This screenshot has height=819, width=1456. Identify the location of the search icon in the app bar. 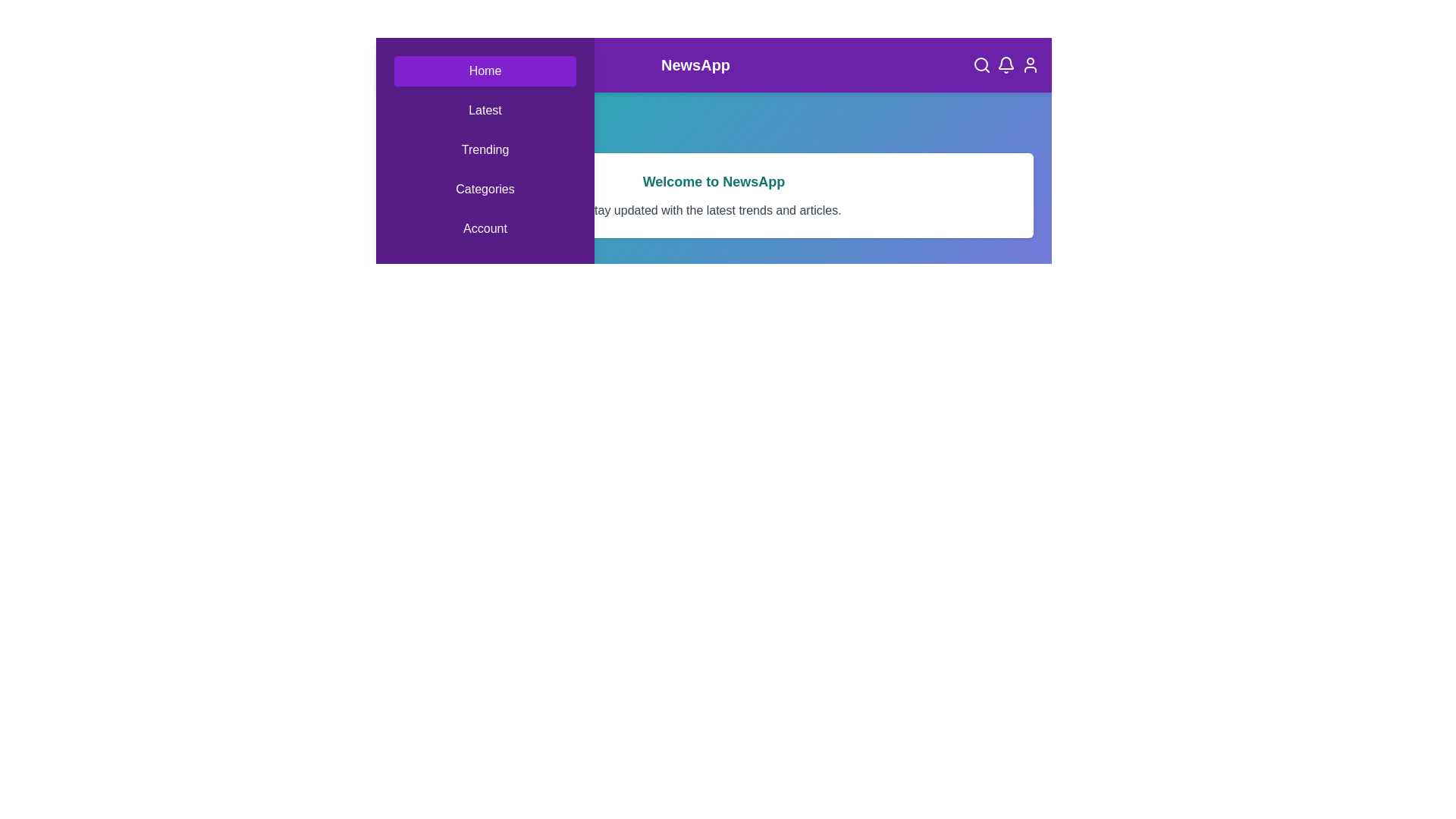
(982, 64).